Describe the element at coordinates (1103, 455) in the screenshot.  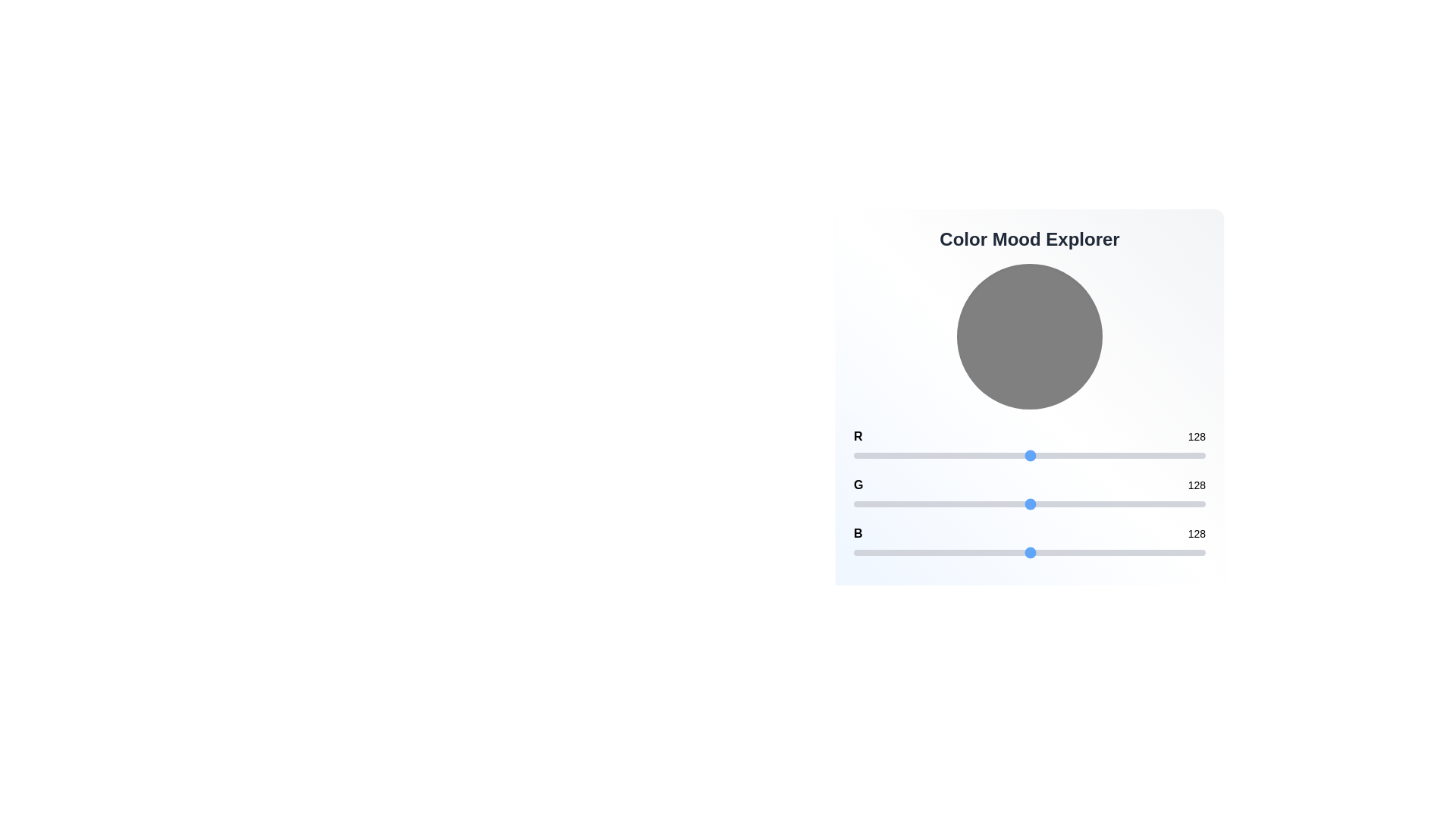
I see `the red channel slider to 181 value` at that location.